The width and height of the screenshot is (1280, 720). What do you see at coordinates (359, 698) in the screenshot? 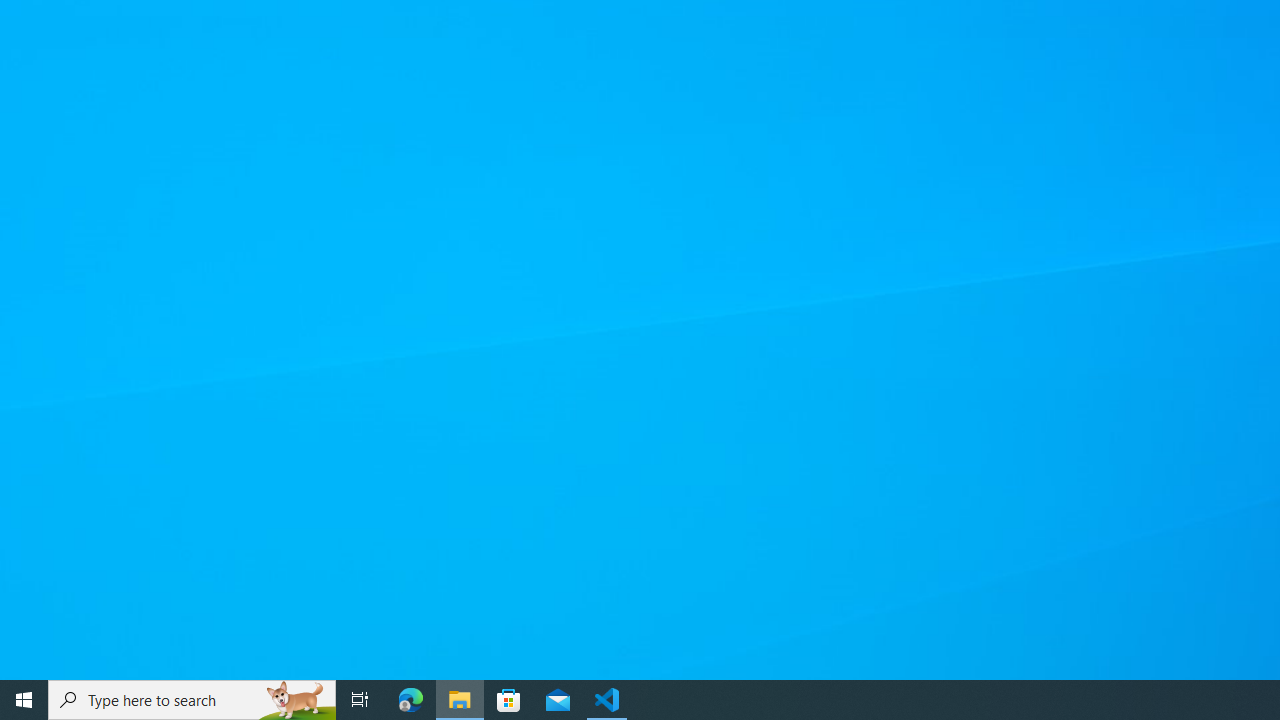
I see `'Task View'` at bounding box center [359, 698].